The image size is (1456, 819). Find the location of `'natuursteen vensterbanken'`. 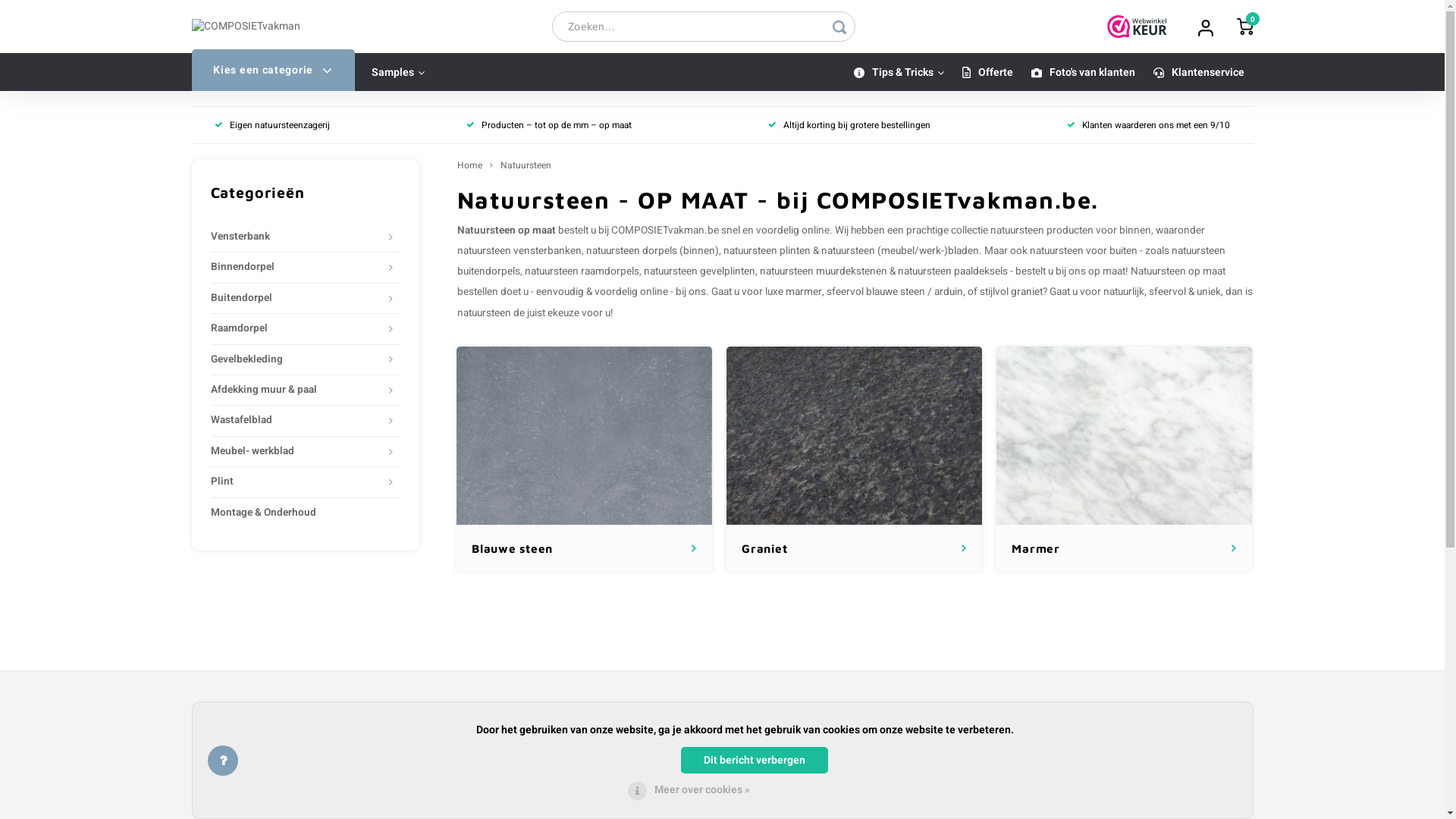

'natuursteen vensterbanken' is located at coordinates (519, 250).